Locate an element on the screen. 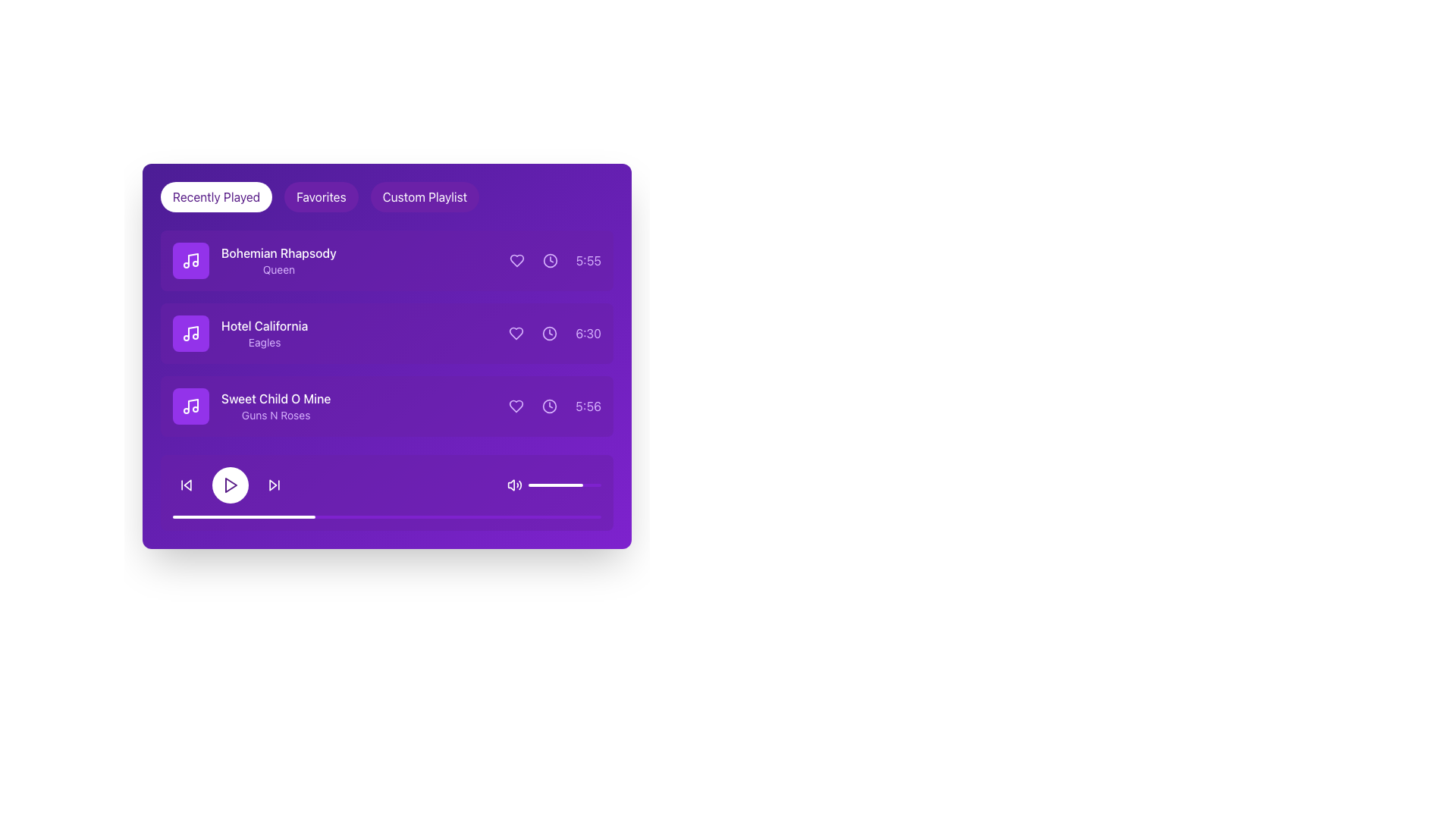 This screenshot has width=1456, height=819. the volume level is located at coordinates (554, 485).